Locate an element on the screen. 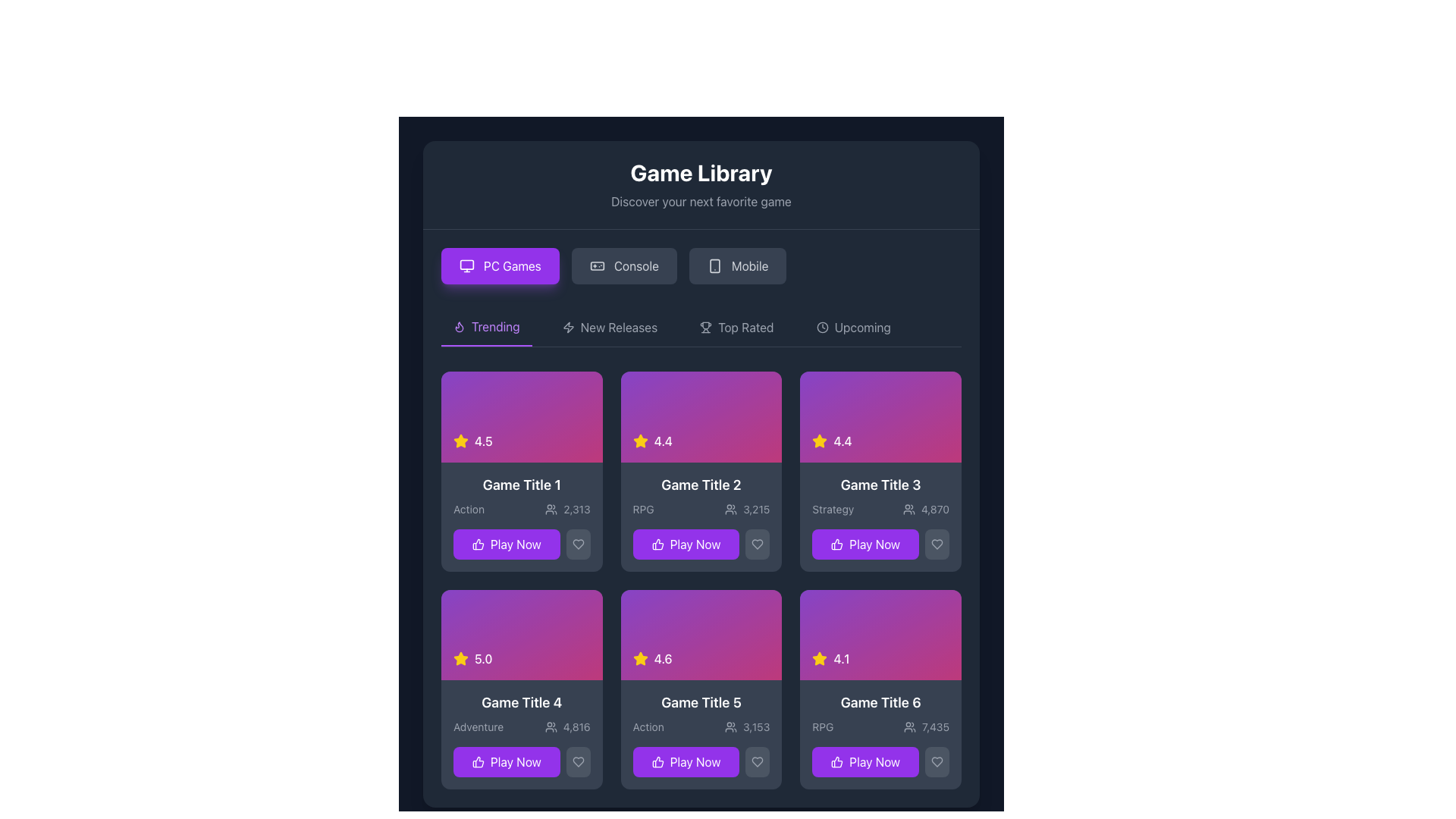  the Rating indicator of the game displayed in the 'Game Title 2' card is located at coordinates (652, 441).